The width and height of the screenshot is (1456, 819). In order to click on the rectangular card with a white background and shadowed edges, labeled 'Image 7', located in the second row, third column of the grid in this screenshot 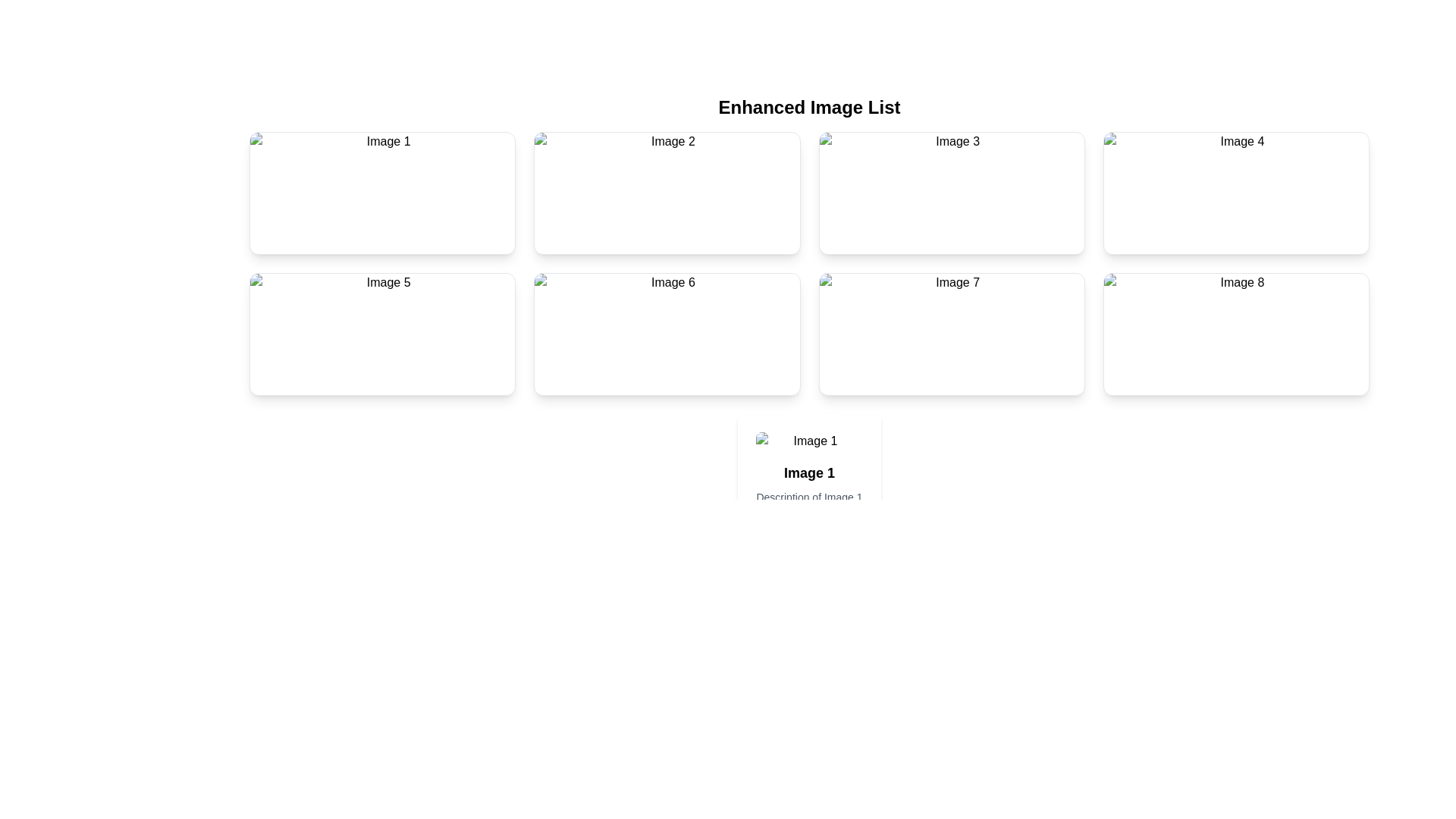, I will do `click(951, 333)`.